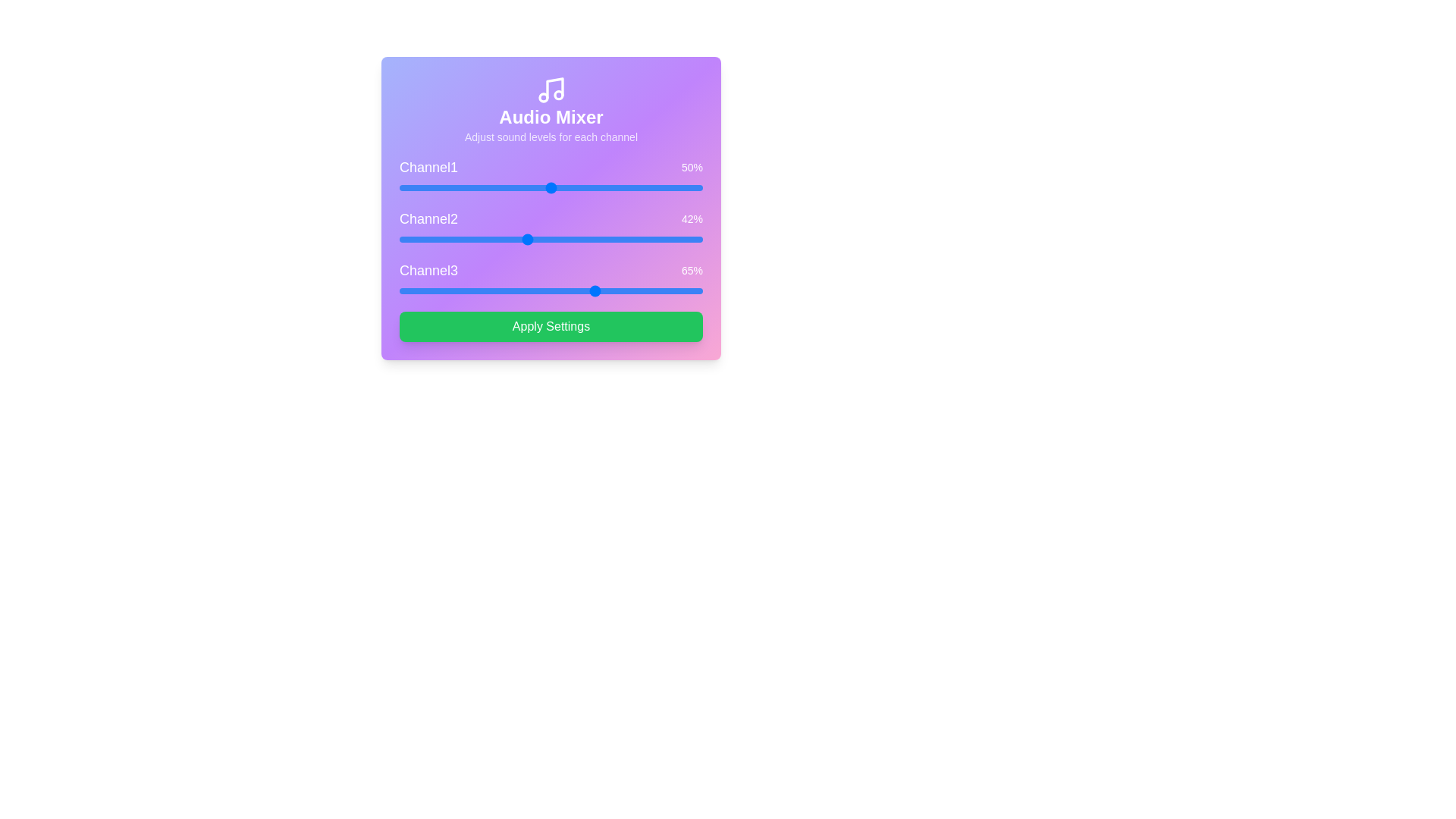  Describe the element at coordinates (520, 239) in the screenshot. I see `the volume of 2 to 40%` at that location.